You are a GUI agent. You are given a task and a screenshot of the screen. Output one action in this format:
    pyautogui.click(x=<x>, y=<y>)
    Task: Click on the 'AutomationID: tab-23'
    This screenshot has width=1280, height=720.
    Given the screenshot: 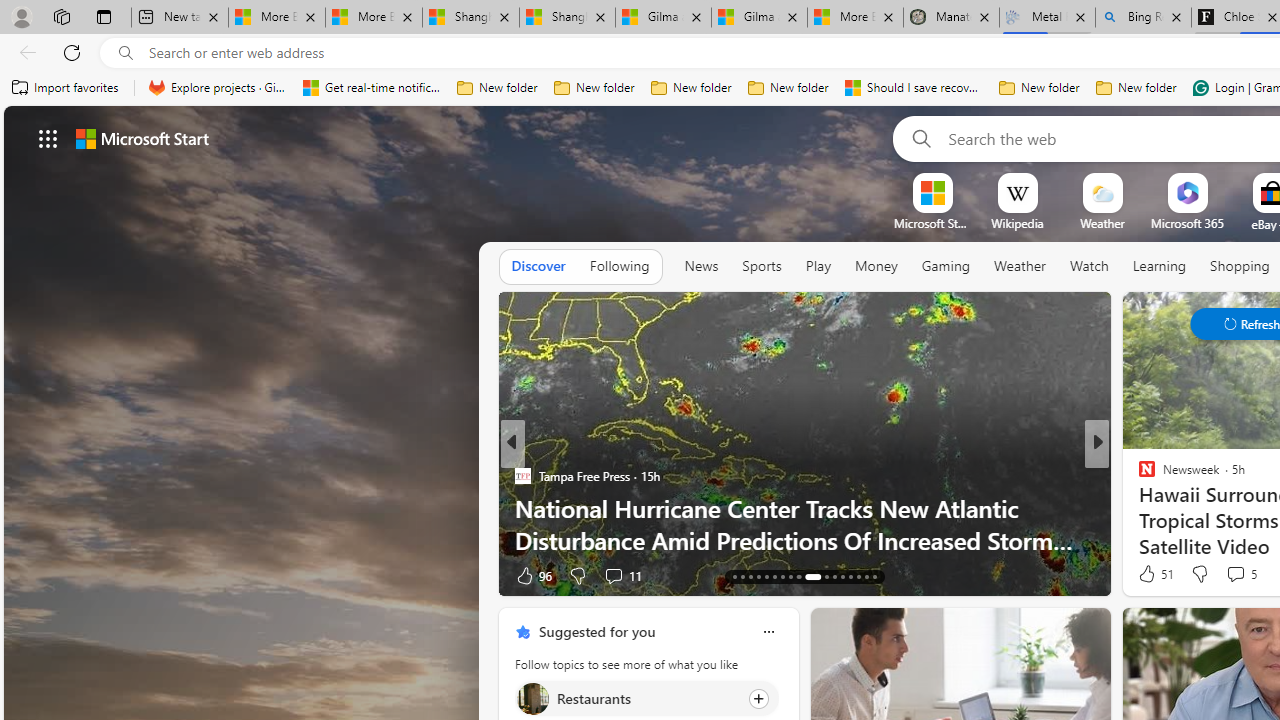 What is the action you would take?
    pyautogui.click(x=781, y=577)
    